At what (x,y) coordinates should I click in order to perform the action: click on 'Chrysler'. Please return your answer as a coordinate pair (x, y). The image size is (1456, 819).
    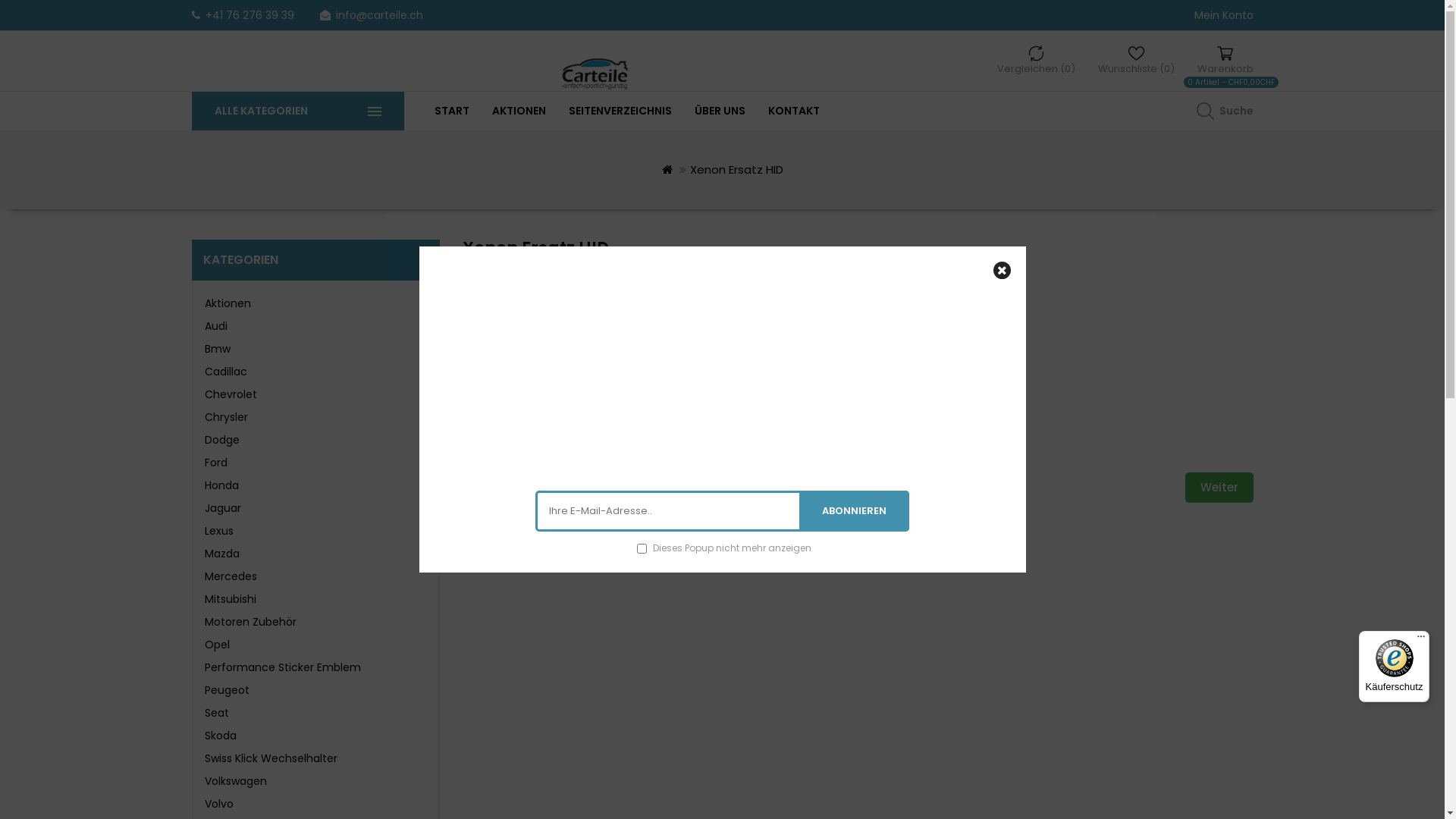
    Looking at the image, I should click on (225, 417).